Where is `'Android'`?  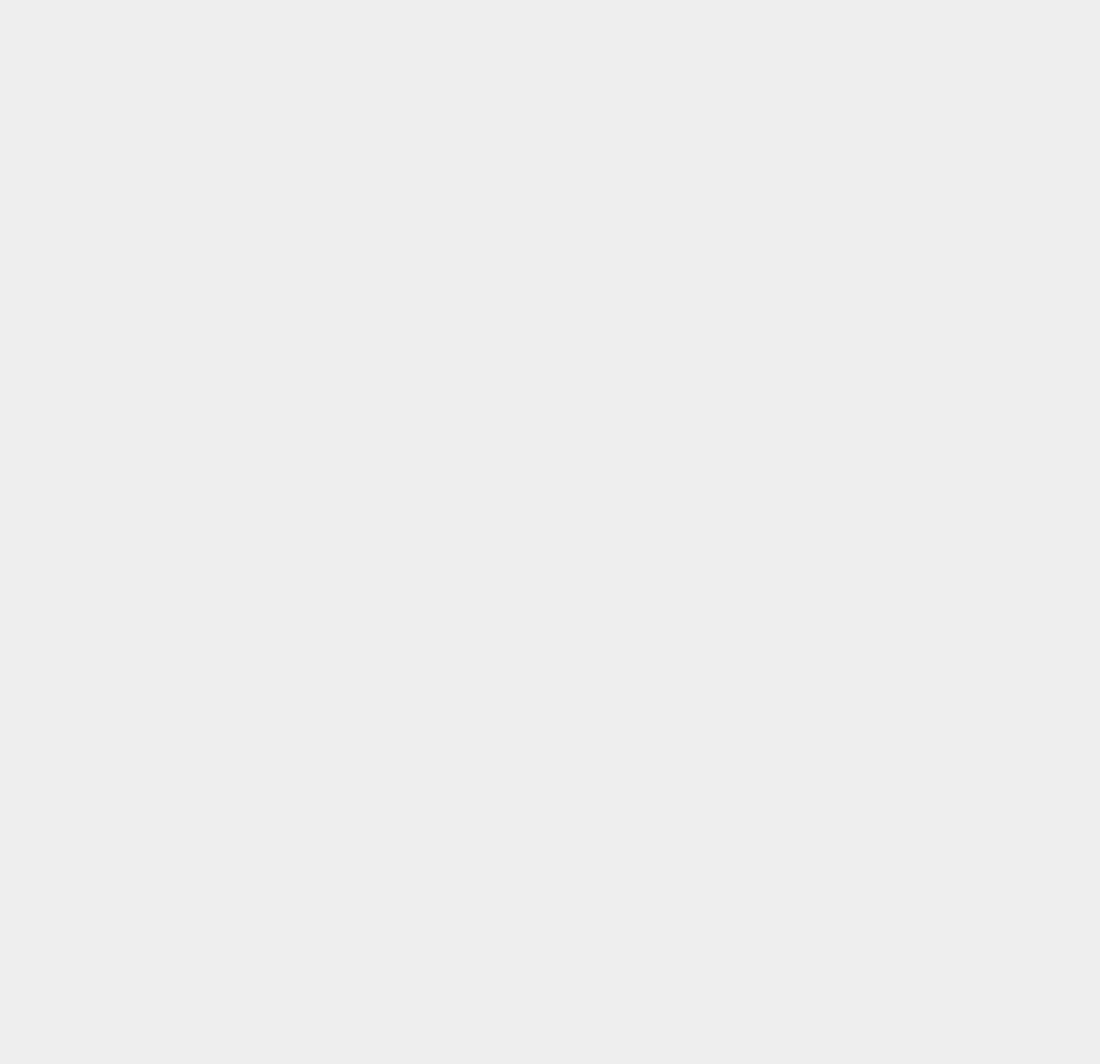
'Android' is located at coordinates (778, 622).